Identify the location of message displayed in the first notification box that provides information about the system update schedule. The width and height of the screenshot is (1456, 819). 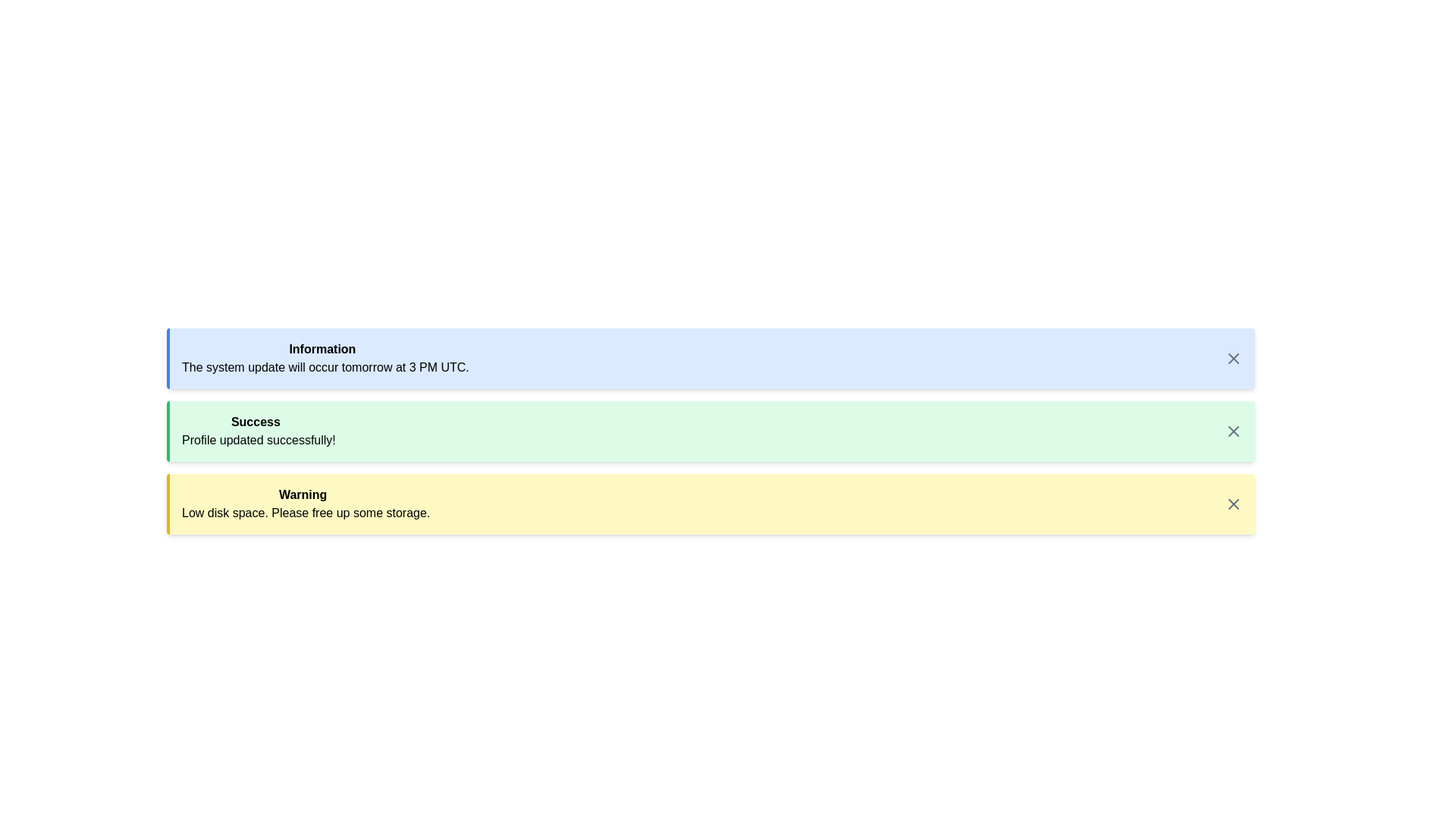
(710, 359).